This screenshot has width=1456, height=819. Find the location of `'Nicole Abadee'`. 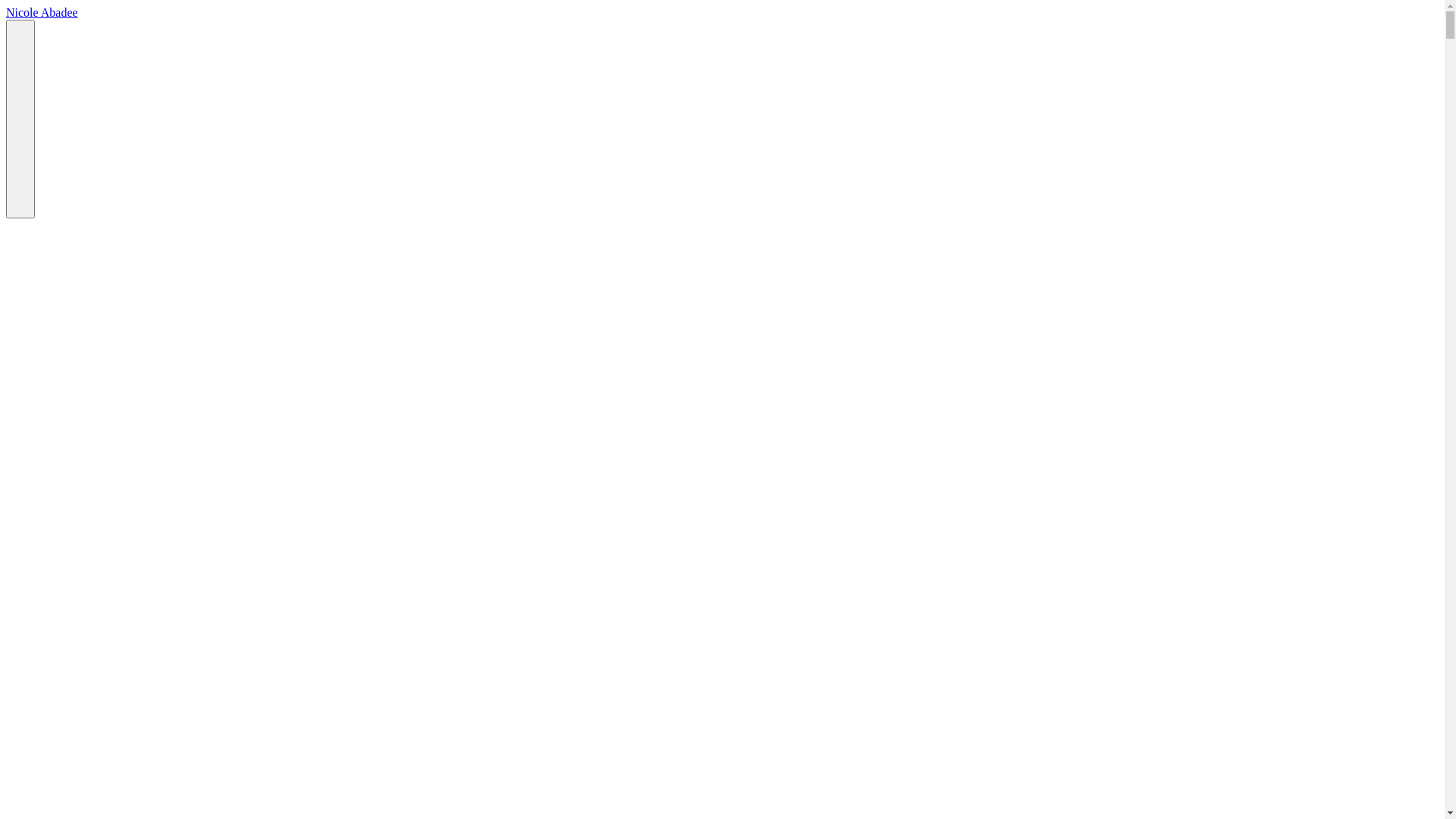

'Nicole Abadee' is located at coordinates (42, 12).